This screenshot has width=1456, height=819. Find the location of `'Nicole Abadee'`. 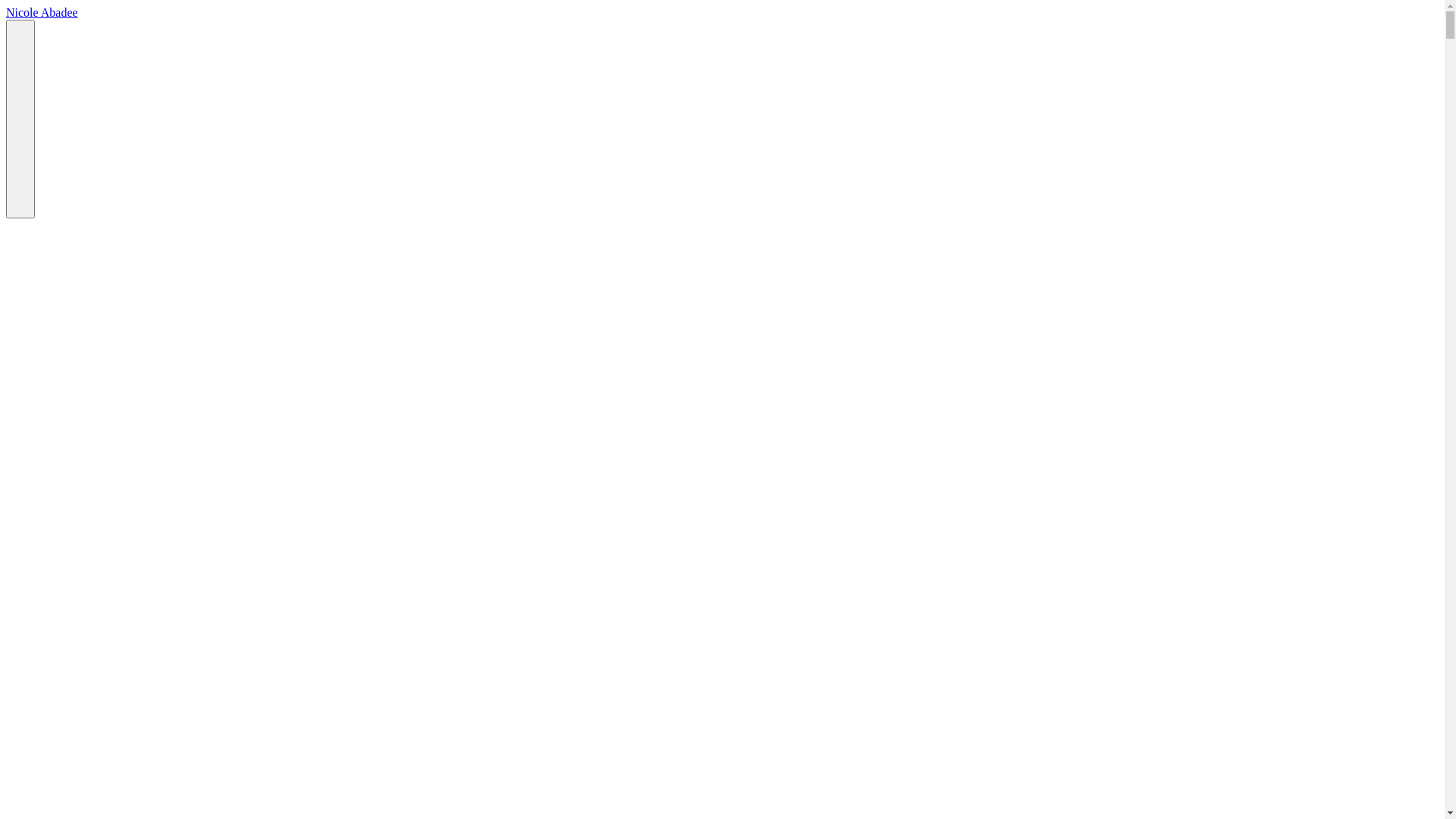

'Nicole Abadee' is located at coordinates (42, 12).